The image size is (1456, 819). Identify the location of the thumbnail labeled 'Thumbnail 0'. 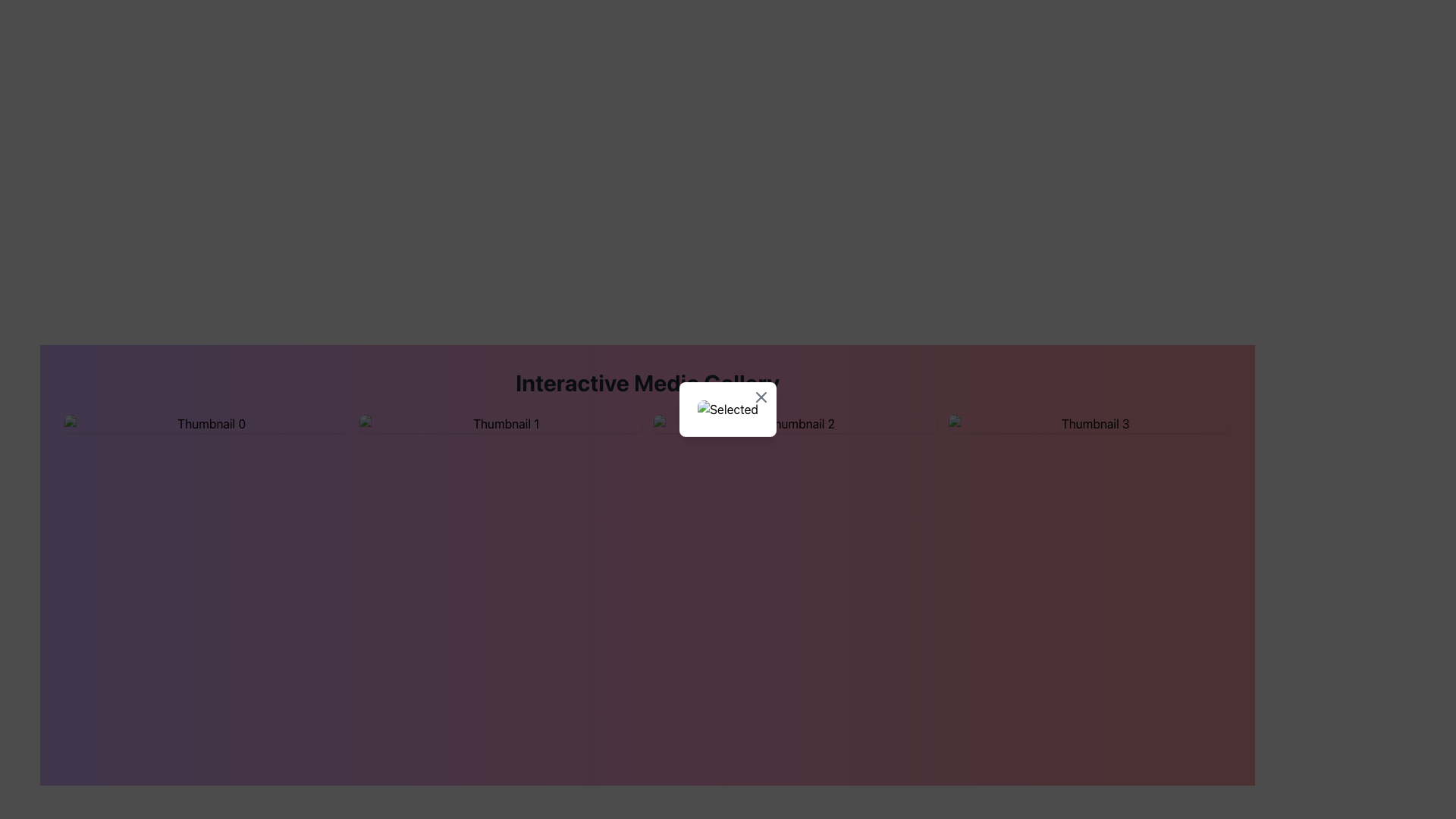
(205, 424).